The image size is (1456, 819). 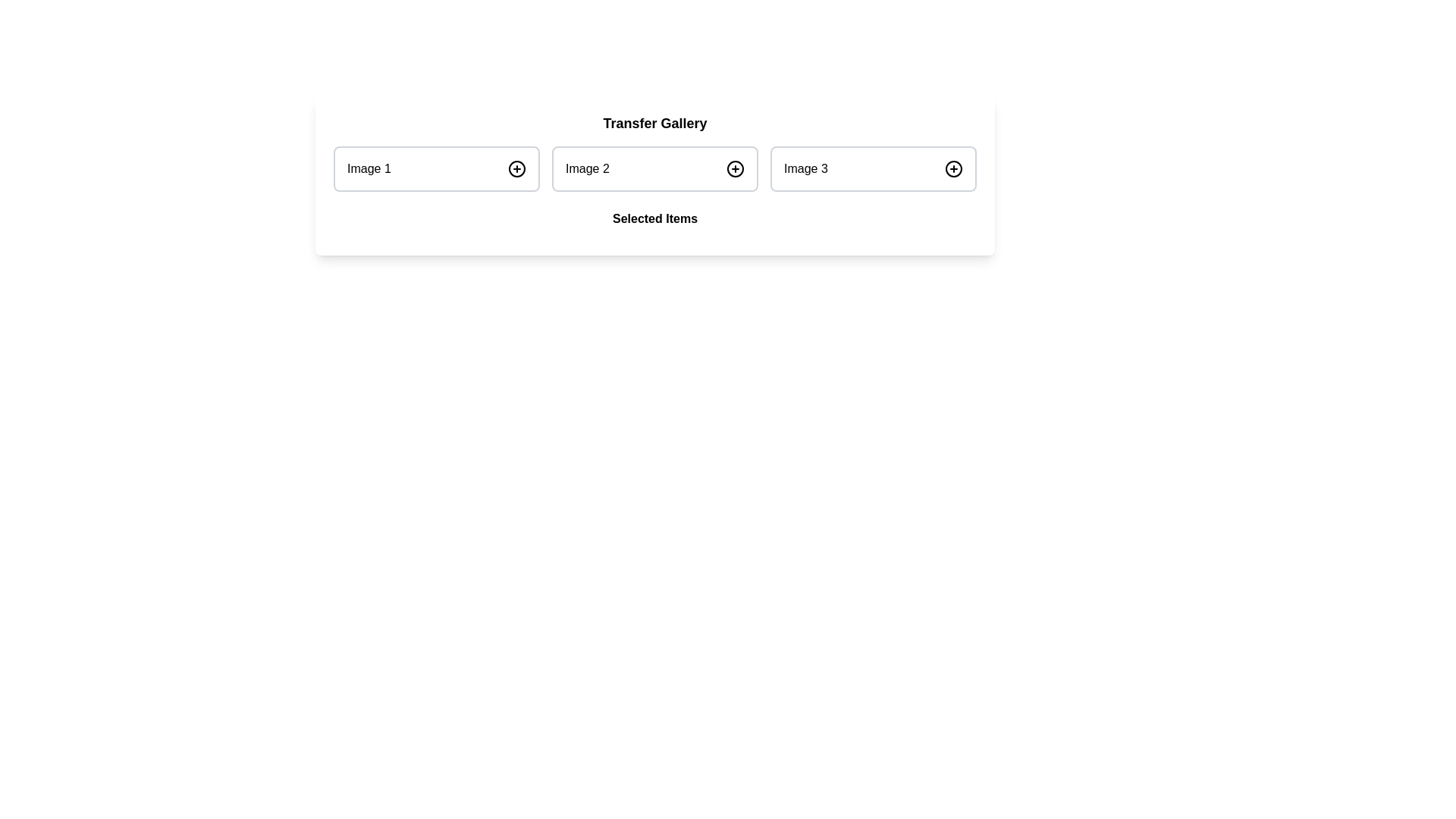 I want to click on the Text Label that identifies the second item in a series of images, located centrally in the second panel of three horizontally arranged items labeled 'Image 1', 'Image 2', and 'Image 3', so click(x=586, y=169).